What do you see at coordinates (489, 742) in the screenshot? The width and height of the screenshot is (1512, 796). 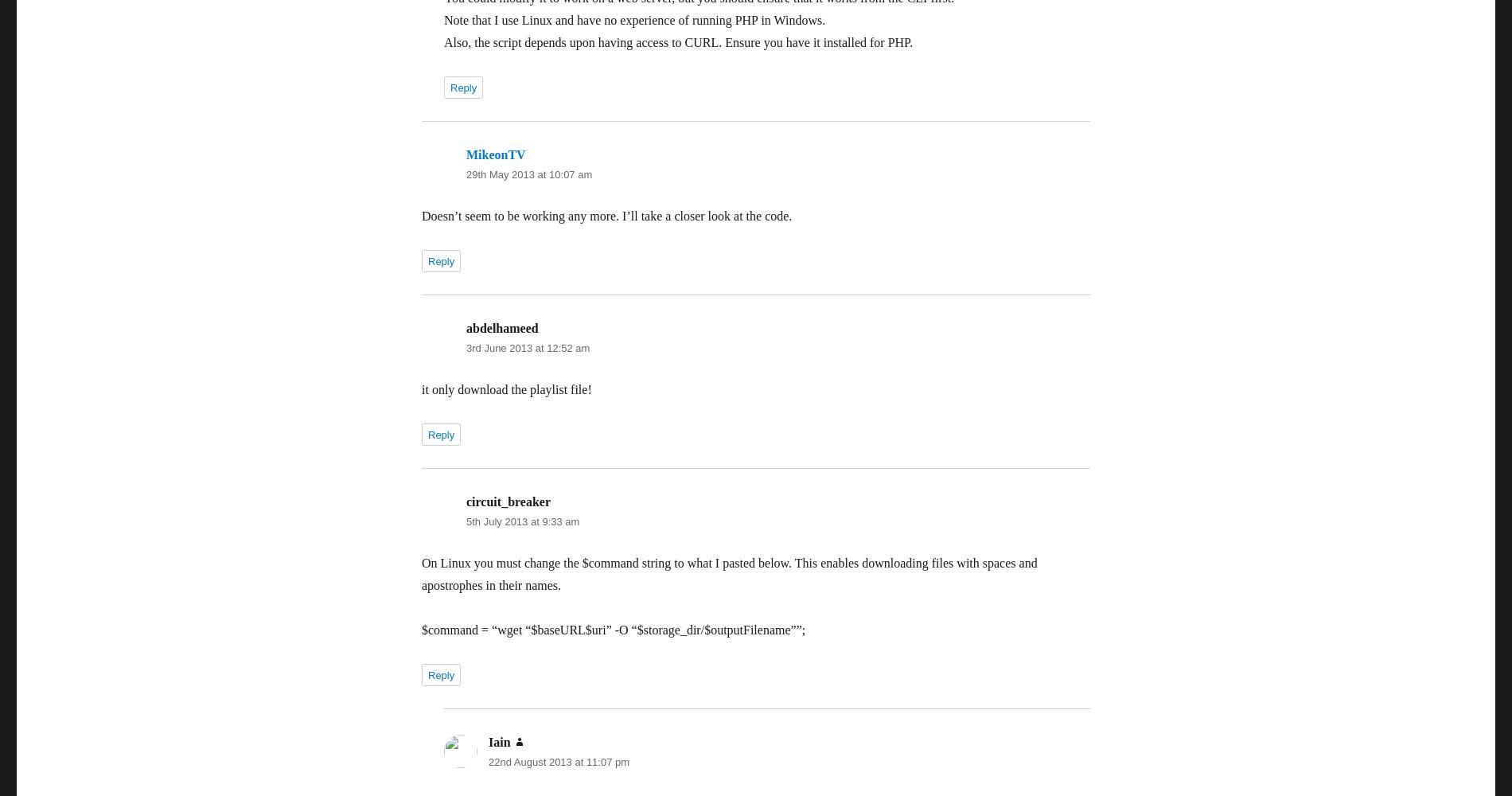 I see `'Iain'` at bounding box center [489, 742].